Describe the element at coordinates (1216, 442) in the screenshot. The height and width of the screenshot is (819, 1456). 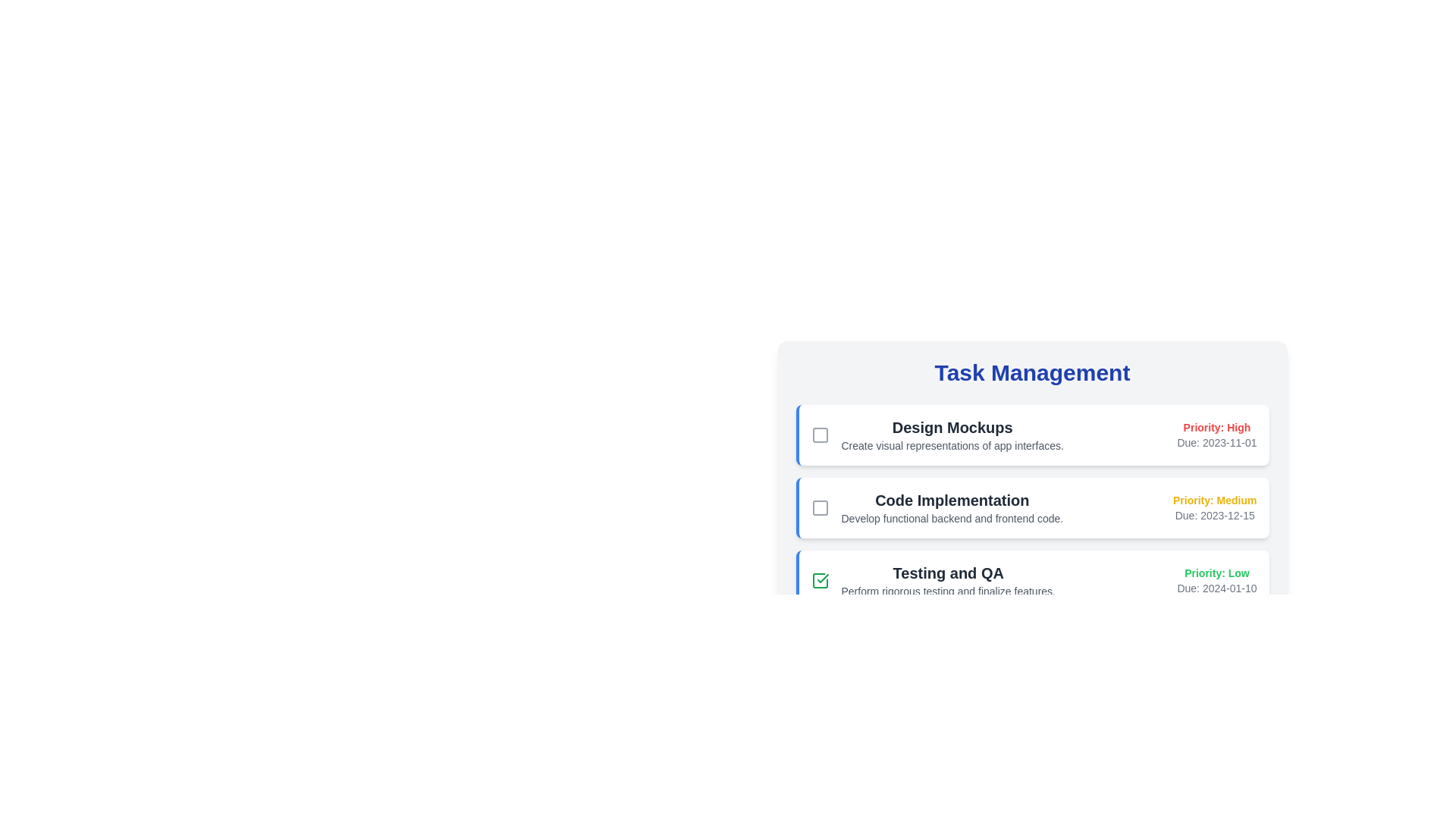
I see `the static text label displaying 'Due: 2023-11-01', which is located below the 'Priority: High' label in the 'Task Management' interface` at that location.